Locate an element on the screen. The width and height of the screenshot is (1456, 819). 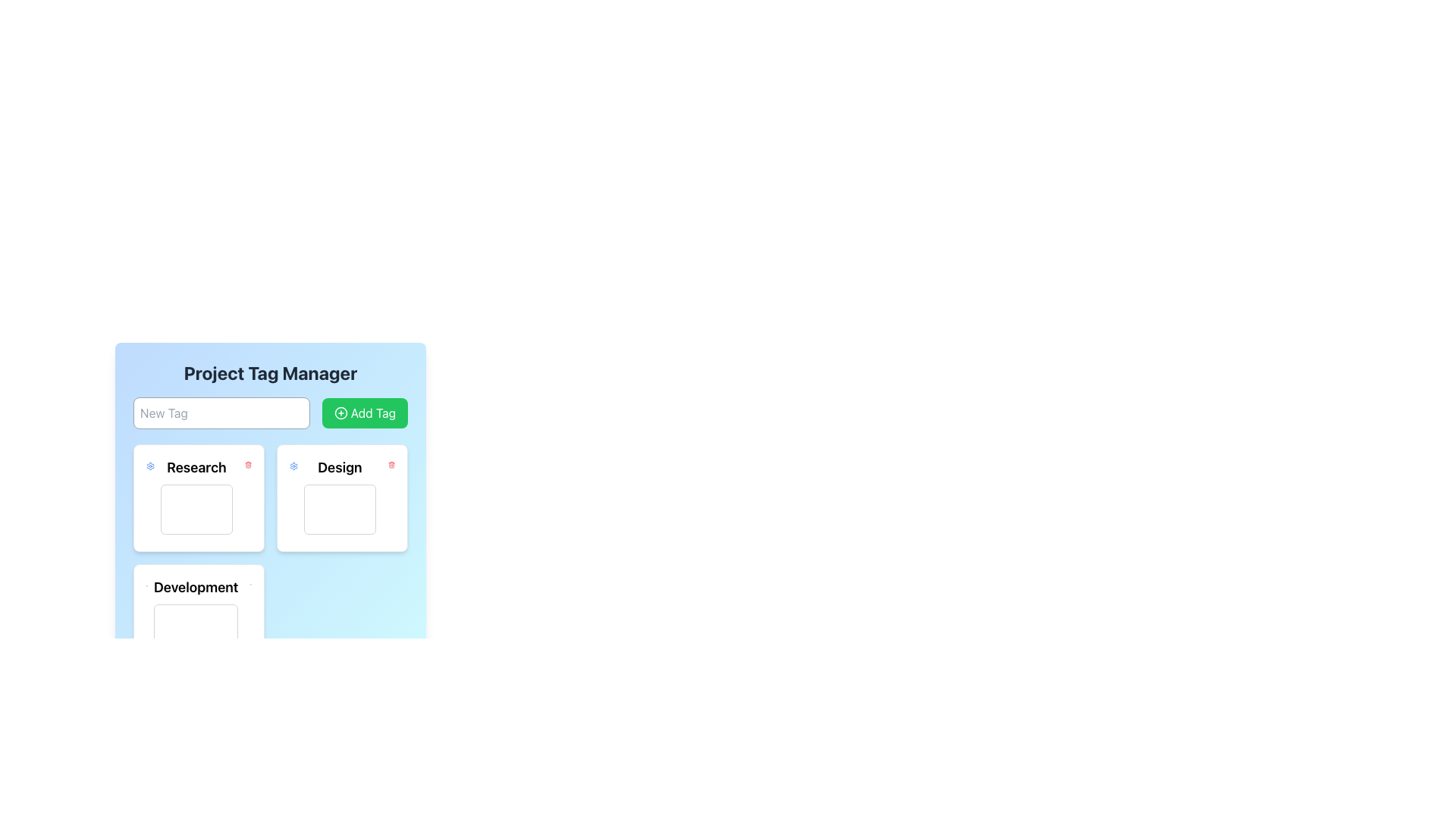
the 'Add Tag' button located to the right of the 'New Tag' text input field in the 'Project Tag Manager' interface is located at coordinates (365, 413).